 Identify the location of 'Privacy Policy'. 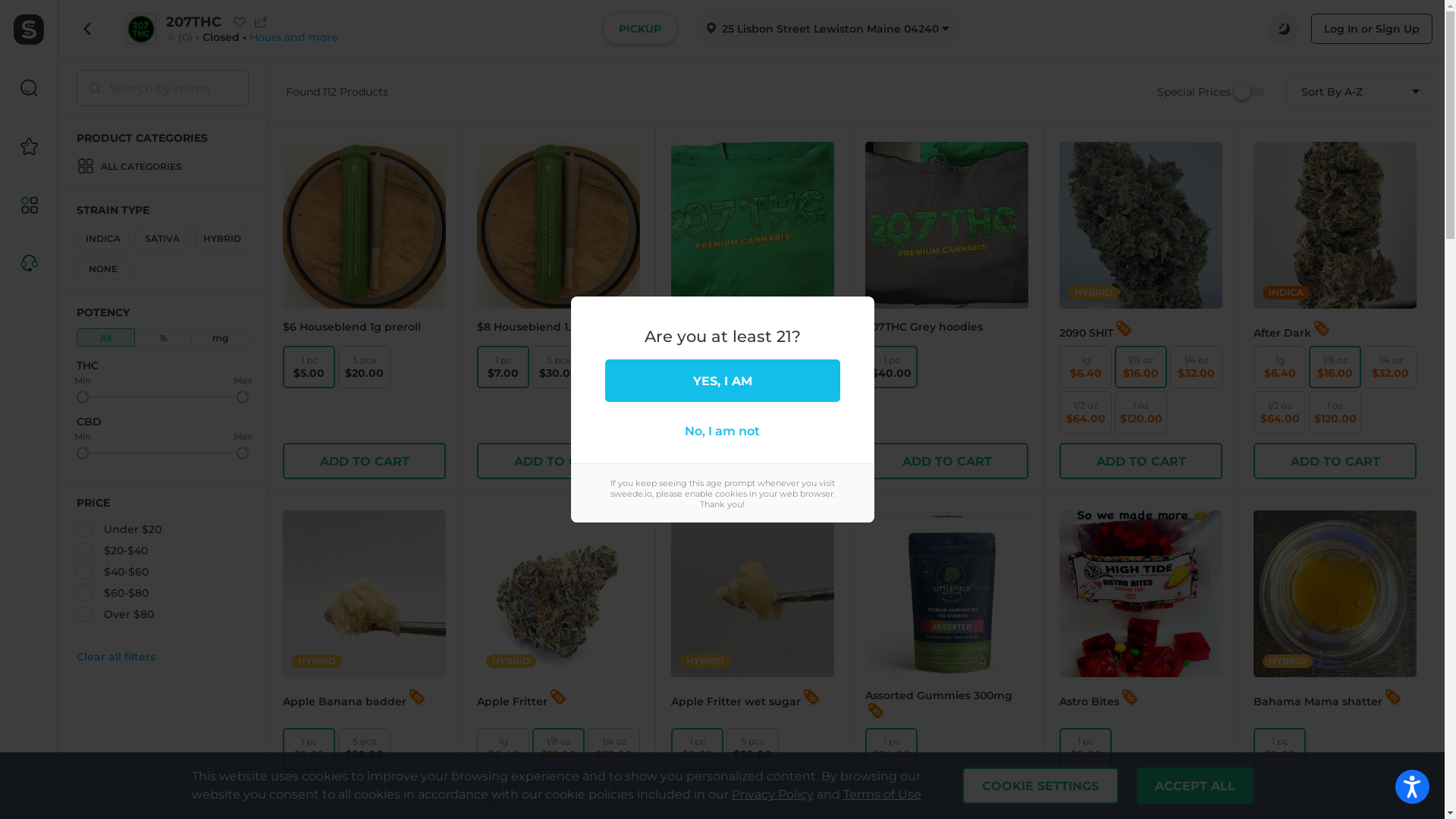
(731, 793).